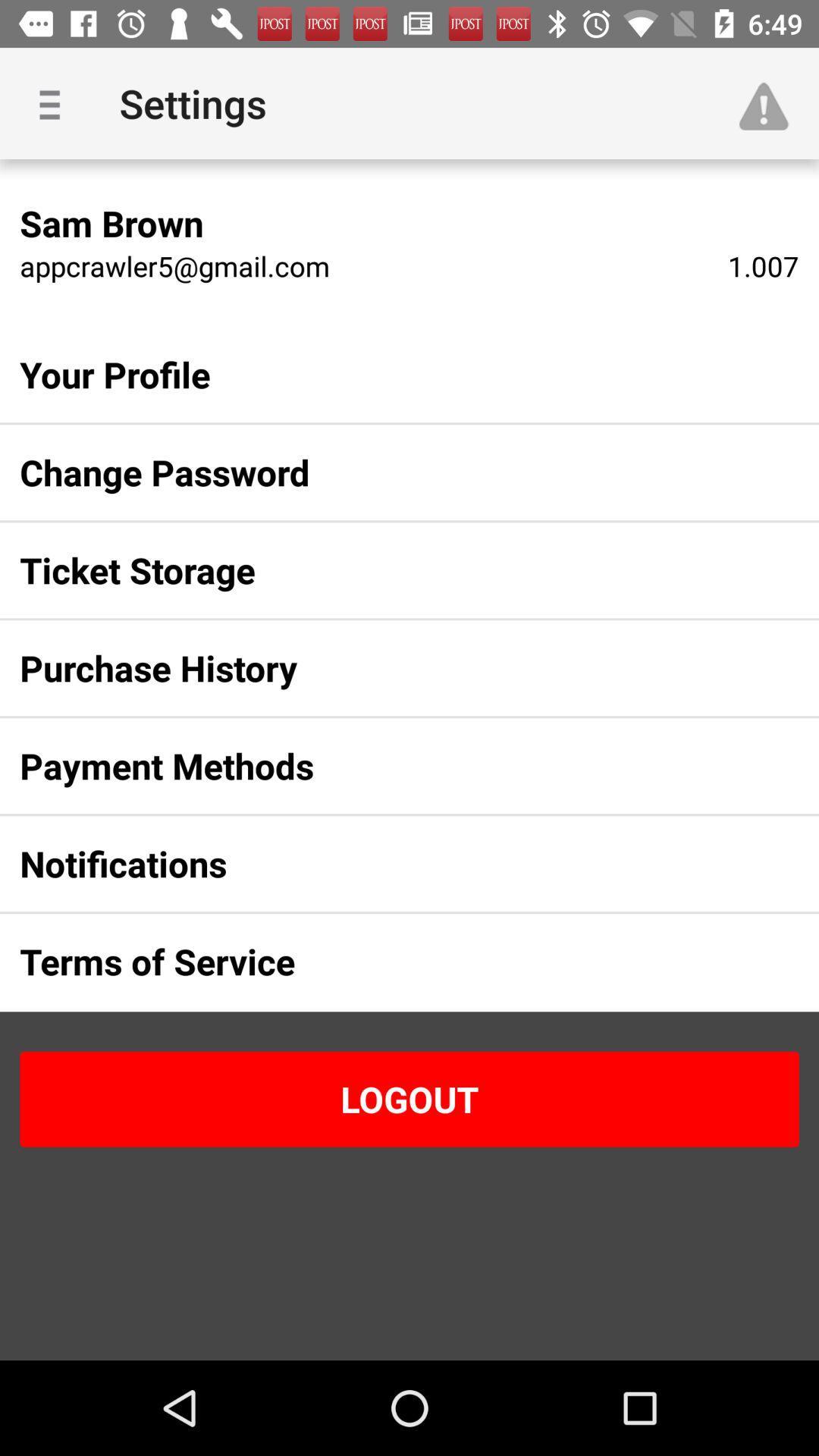 The height and width of the screenshot is (1456, 819). What do you see at coordinates (55, 102) in the screenshot?
I see `the item above the sam brown icon` at bounding box center [55, 102].